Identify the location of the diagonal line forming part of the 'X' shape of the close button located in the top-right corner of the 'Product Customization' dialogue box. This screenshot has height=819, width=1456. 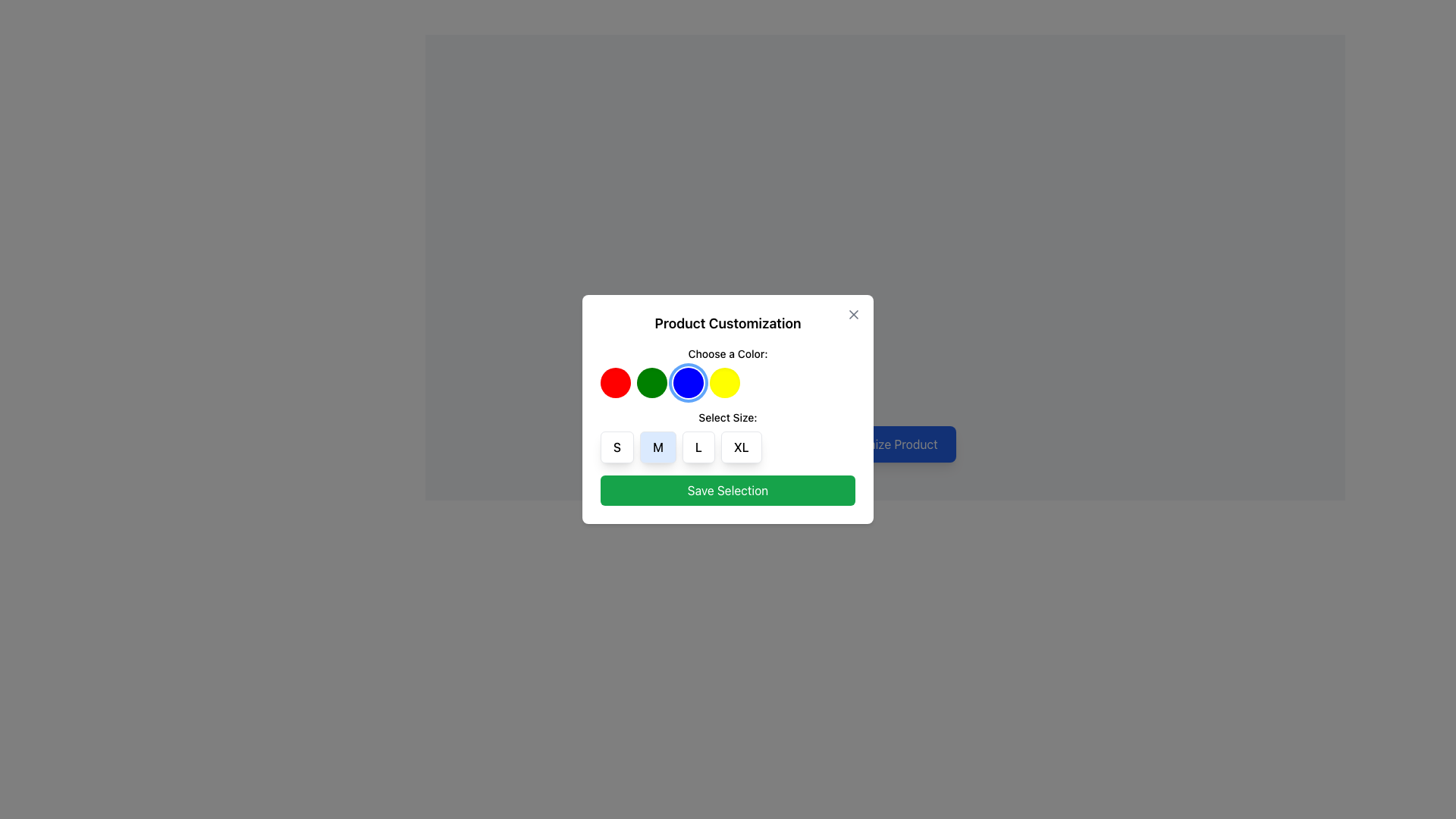
(854, 314).